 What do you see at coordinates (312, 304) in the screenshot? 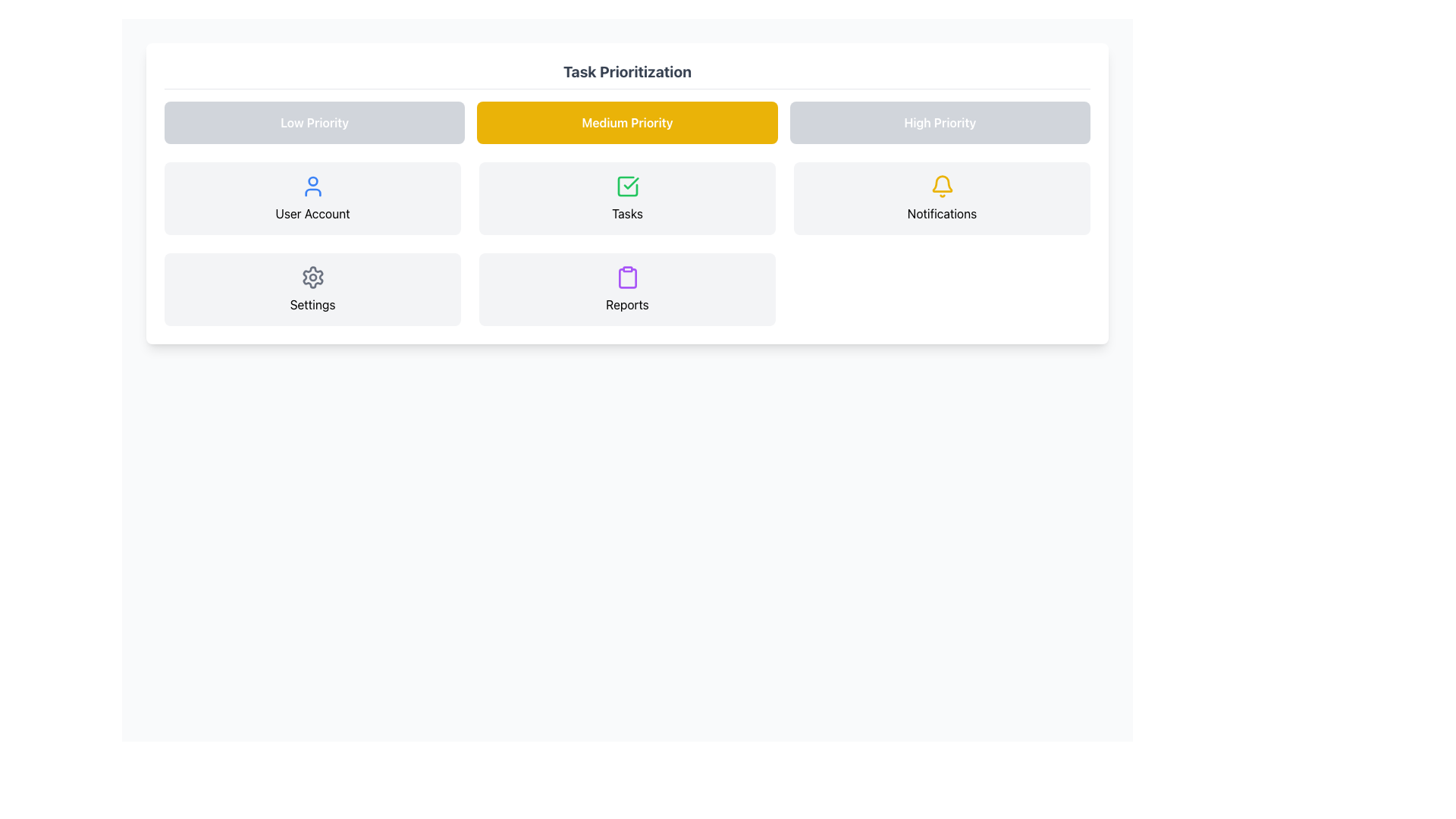
I see `the Text label that indicates the purpose of the adjacent gear icon for configuration settings, located beneath the gear icon in the user account panel` at bounding box center [312, 304].